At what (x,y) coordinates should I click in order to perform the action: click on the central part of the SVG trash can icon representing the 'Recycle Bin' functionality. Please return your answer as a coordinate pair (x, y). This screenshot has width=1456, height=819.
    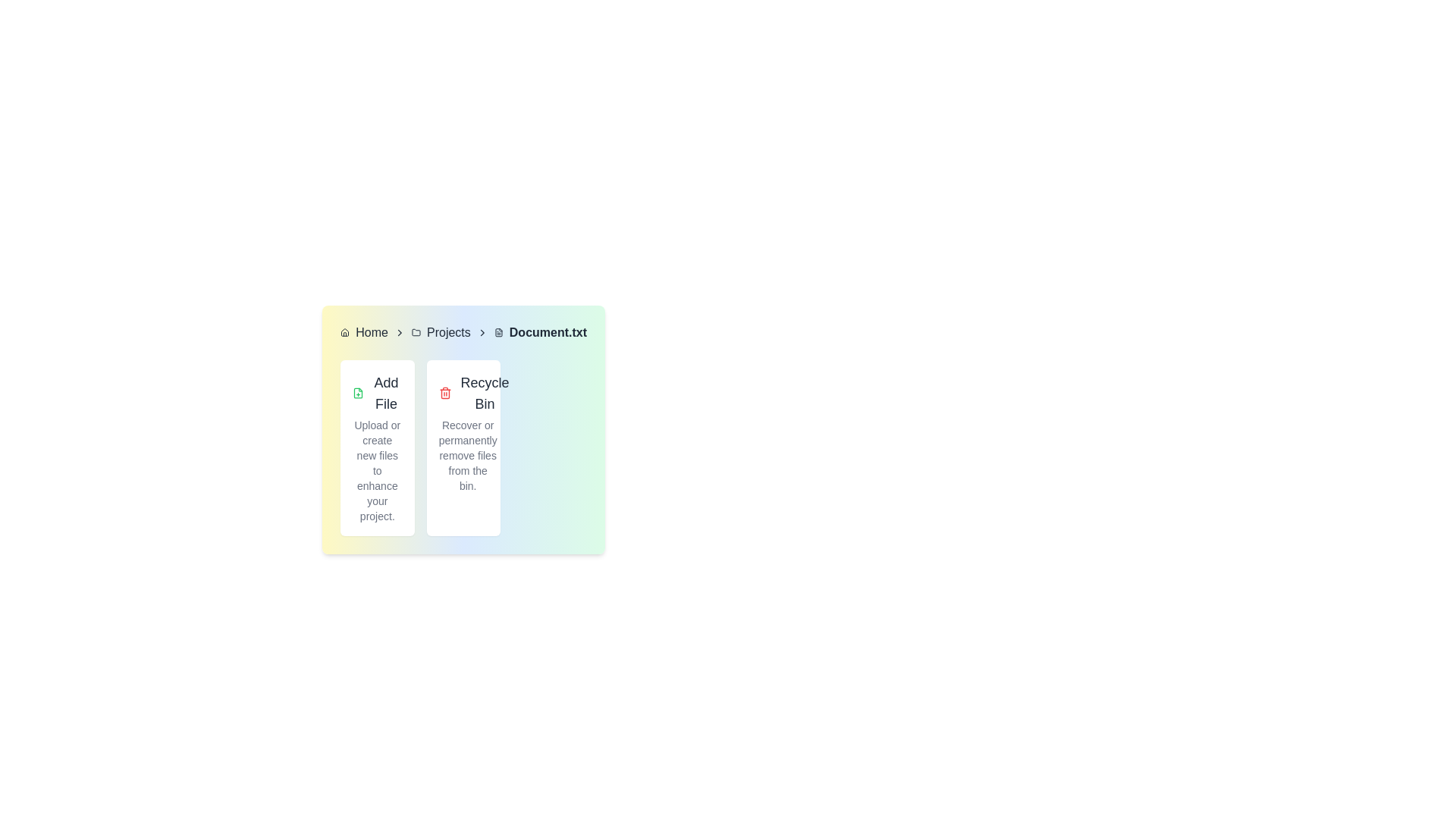
    Looking at the image, I should click on (444, 394).